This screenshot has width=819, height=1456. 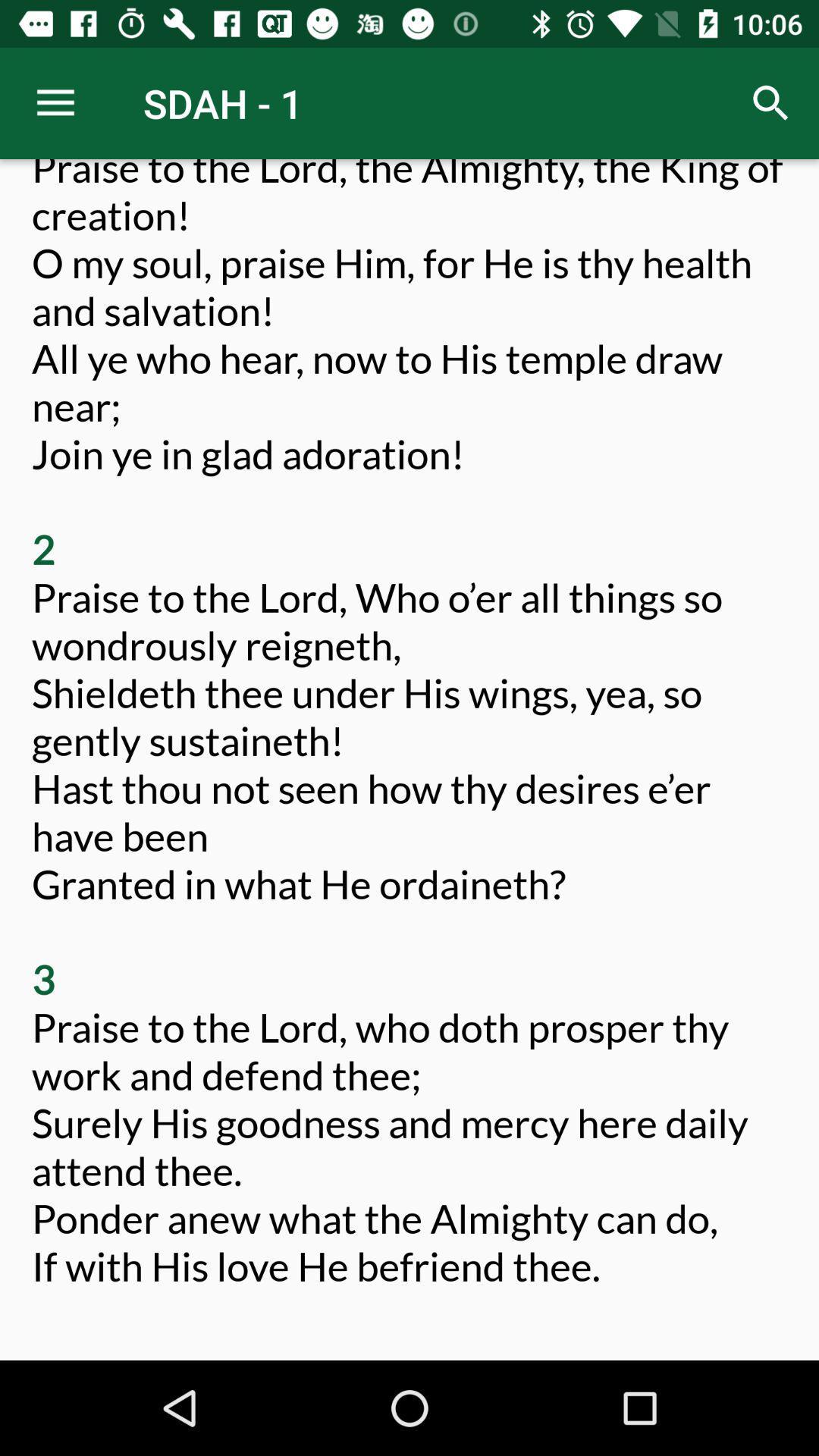 What do you see at coordinates (409, 748) in the screenshot?
I see `the 001 praise to` at bounding box center [409, 748].